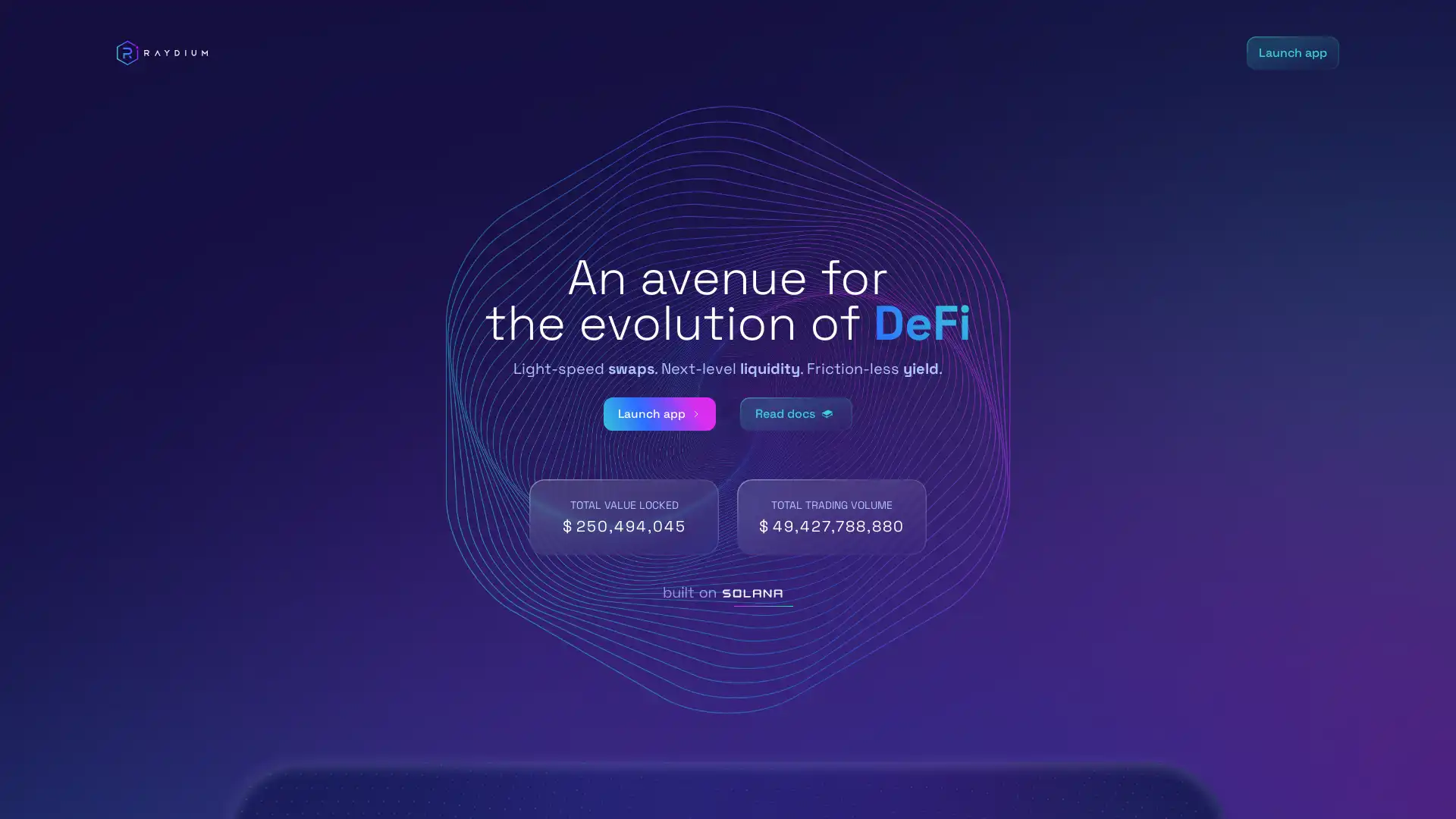 Image resolution: width=1456 pixels, height=819 pixels. What do you see at coordinates (1291, 52) in the screenshot?
I see `Launch app` at bounding box center [1291, 52].